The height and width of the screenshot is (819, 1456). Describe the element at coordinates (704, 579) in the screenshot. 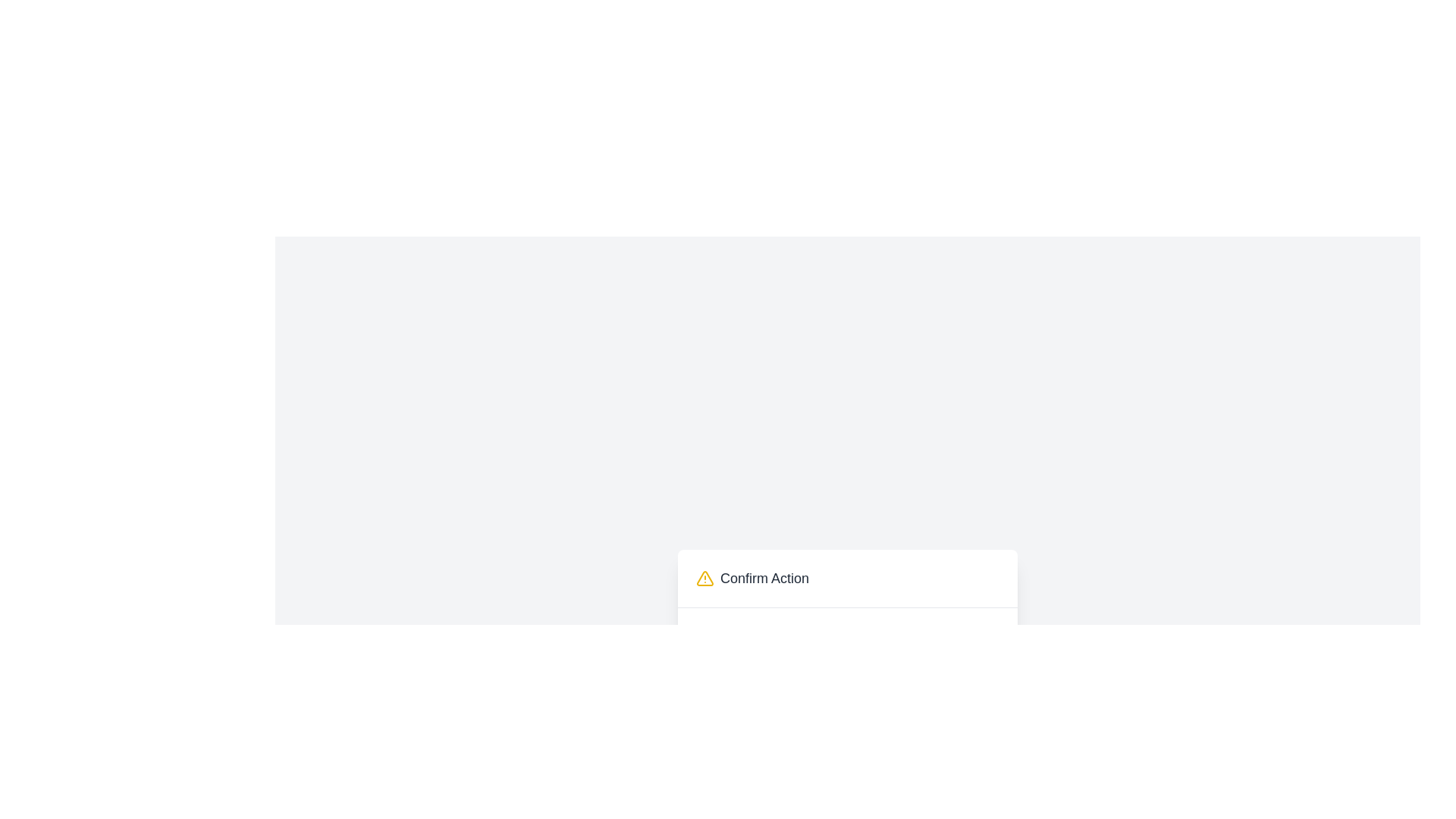

I see `the alert icon located to the left of the 'Confirm Action' text for further details` at that location.